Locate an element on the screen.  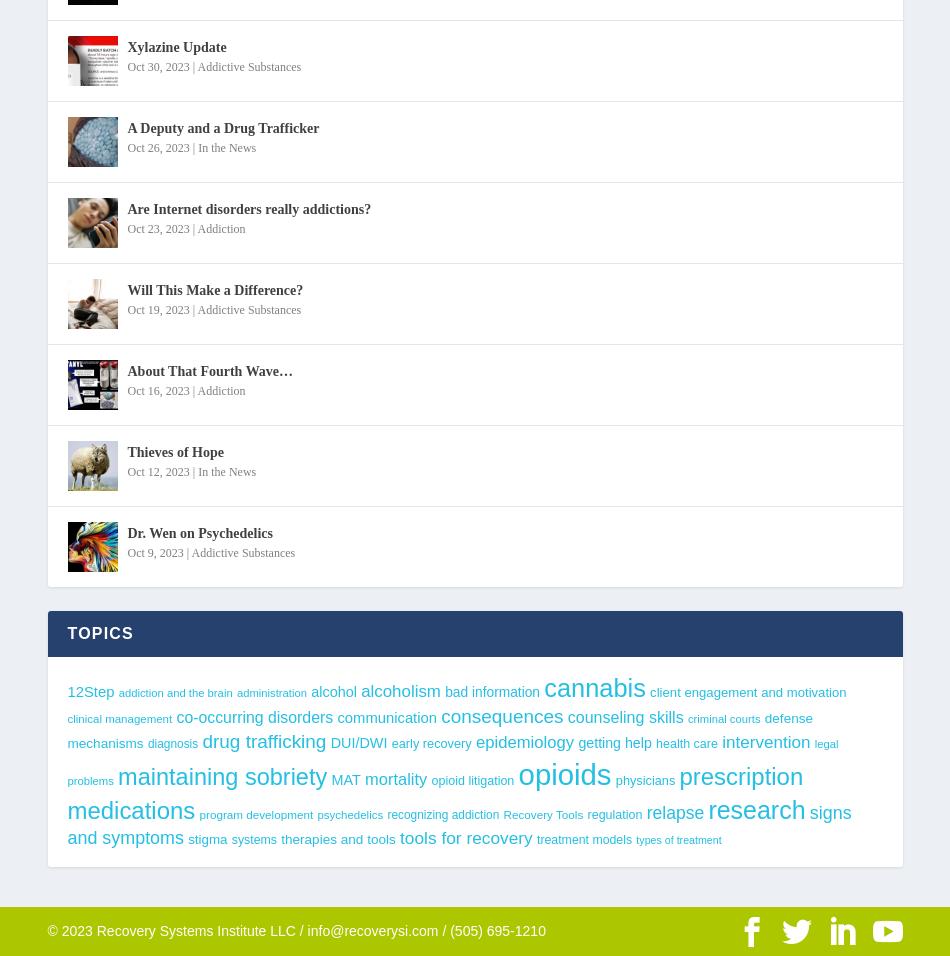
'treatment models' is located at coordinates (535, 840).